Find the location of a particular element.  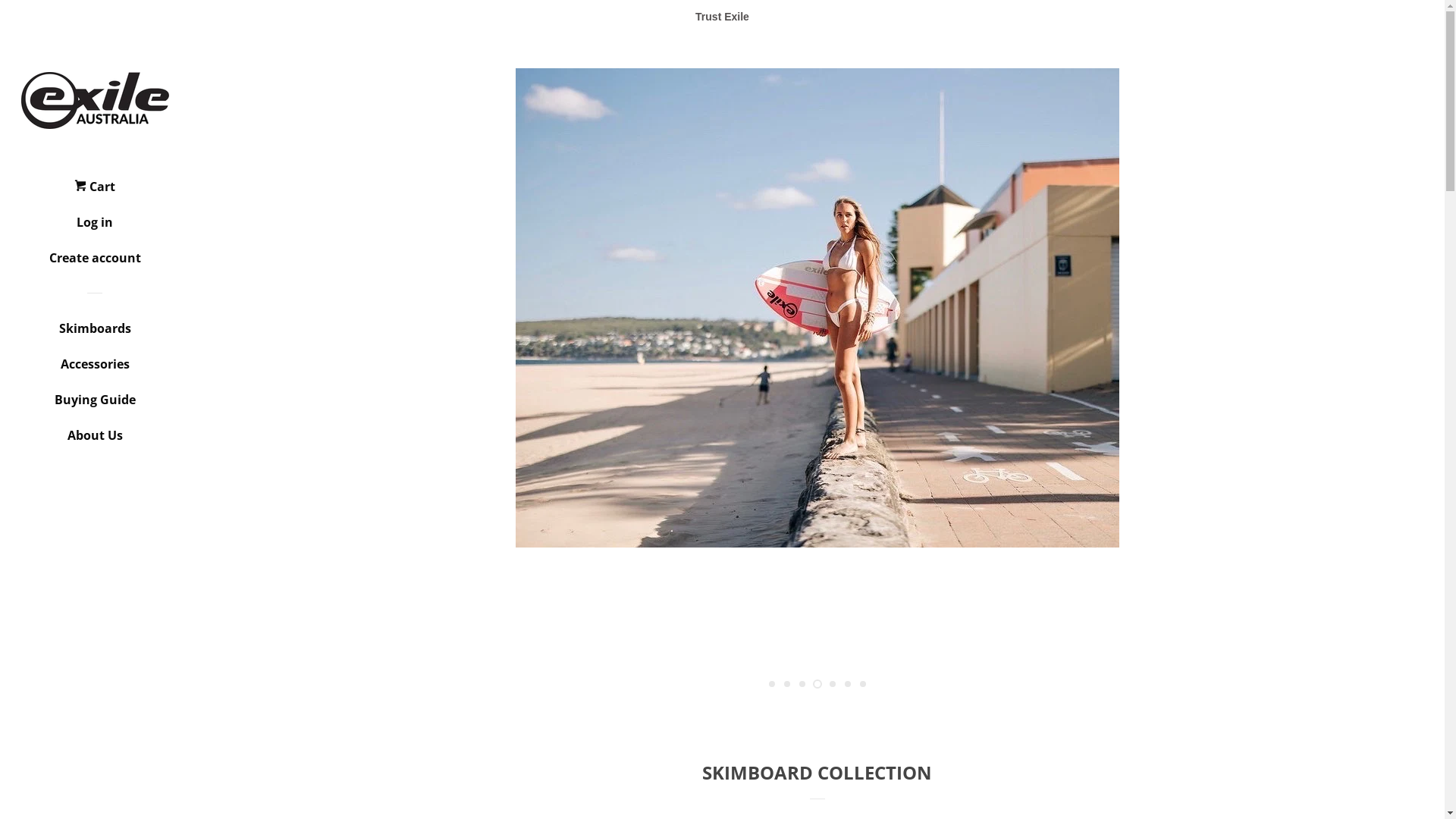

'6' is located at coordinates (847, 684).